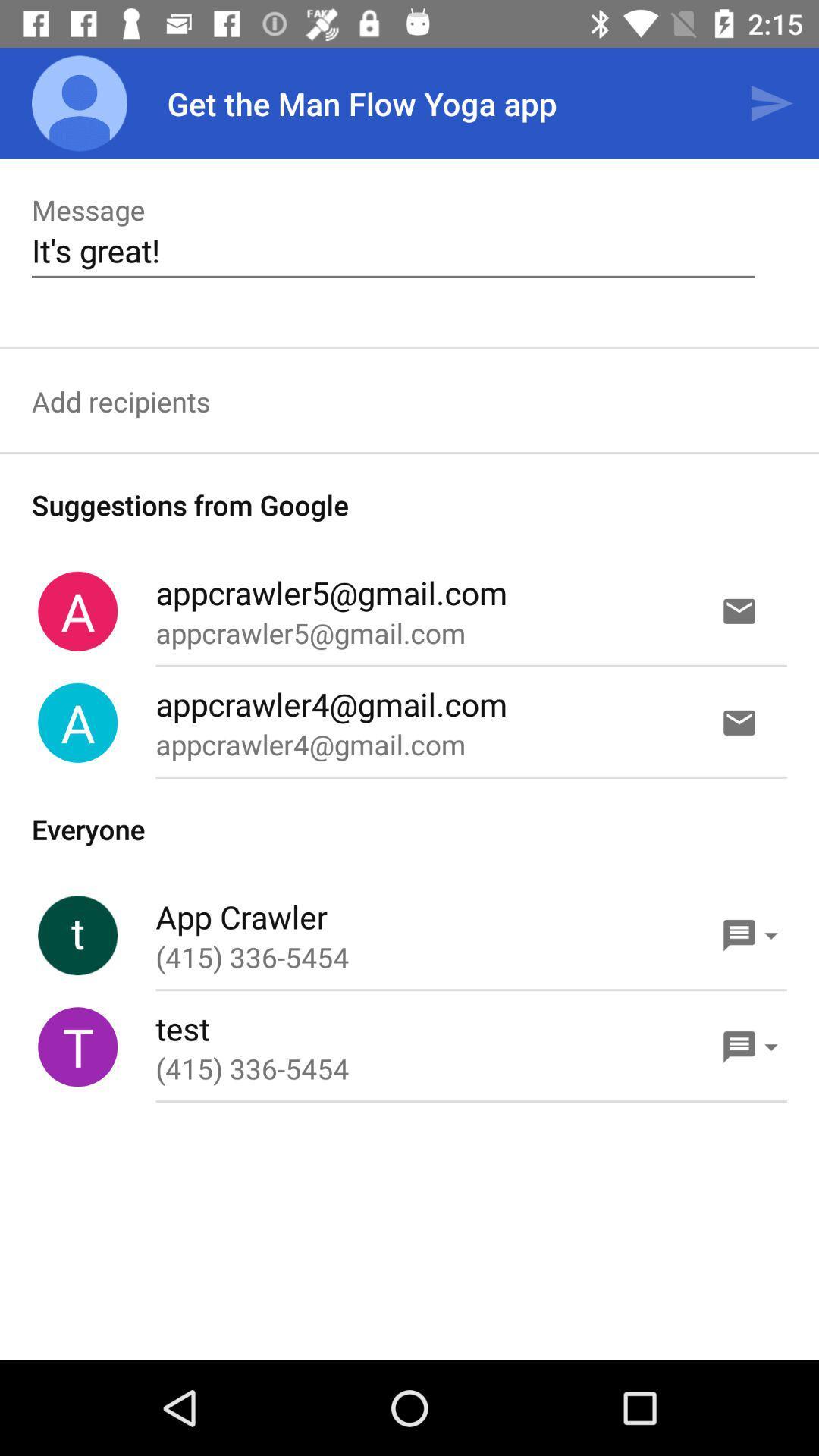 The width and height of the screenshot is (819, 1456). Describe the element at coordinates (771, 102) in the screenshot. I see `app next to get the man` at that location.